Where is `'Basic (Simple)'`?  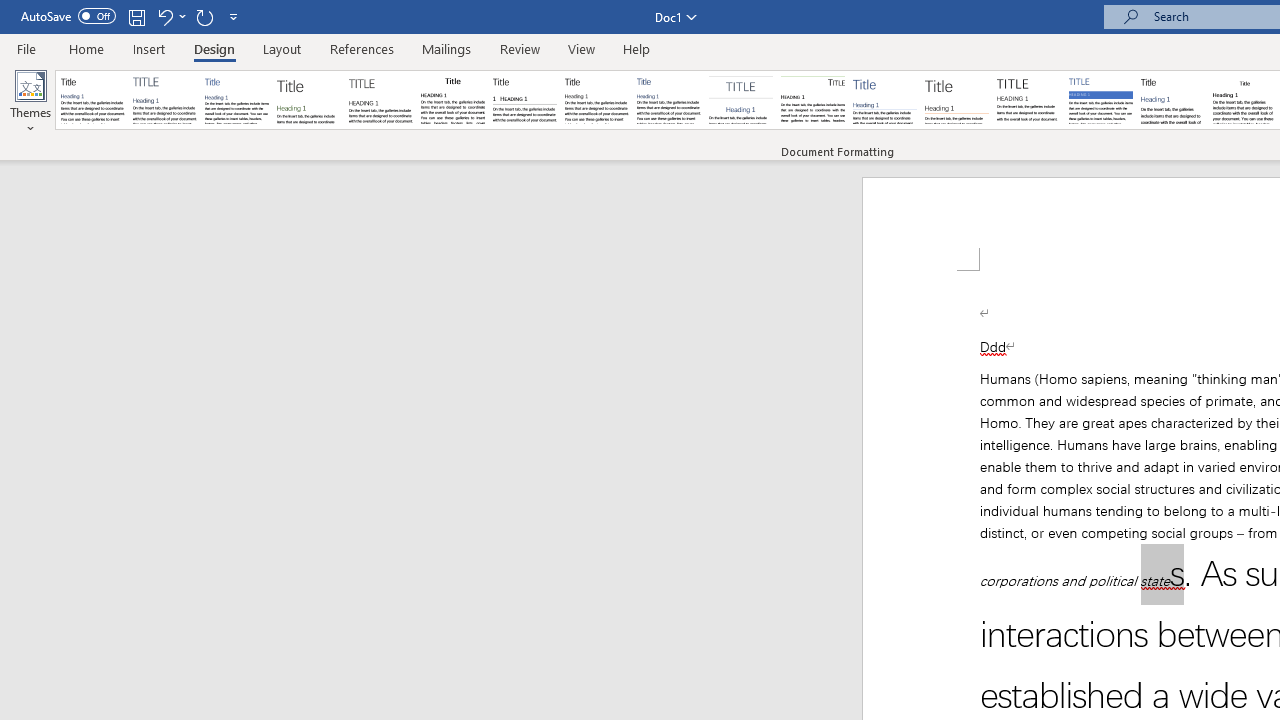
'Basic (Simple)' is located at coordinates (236, 100).